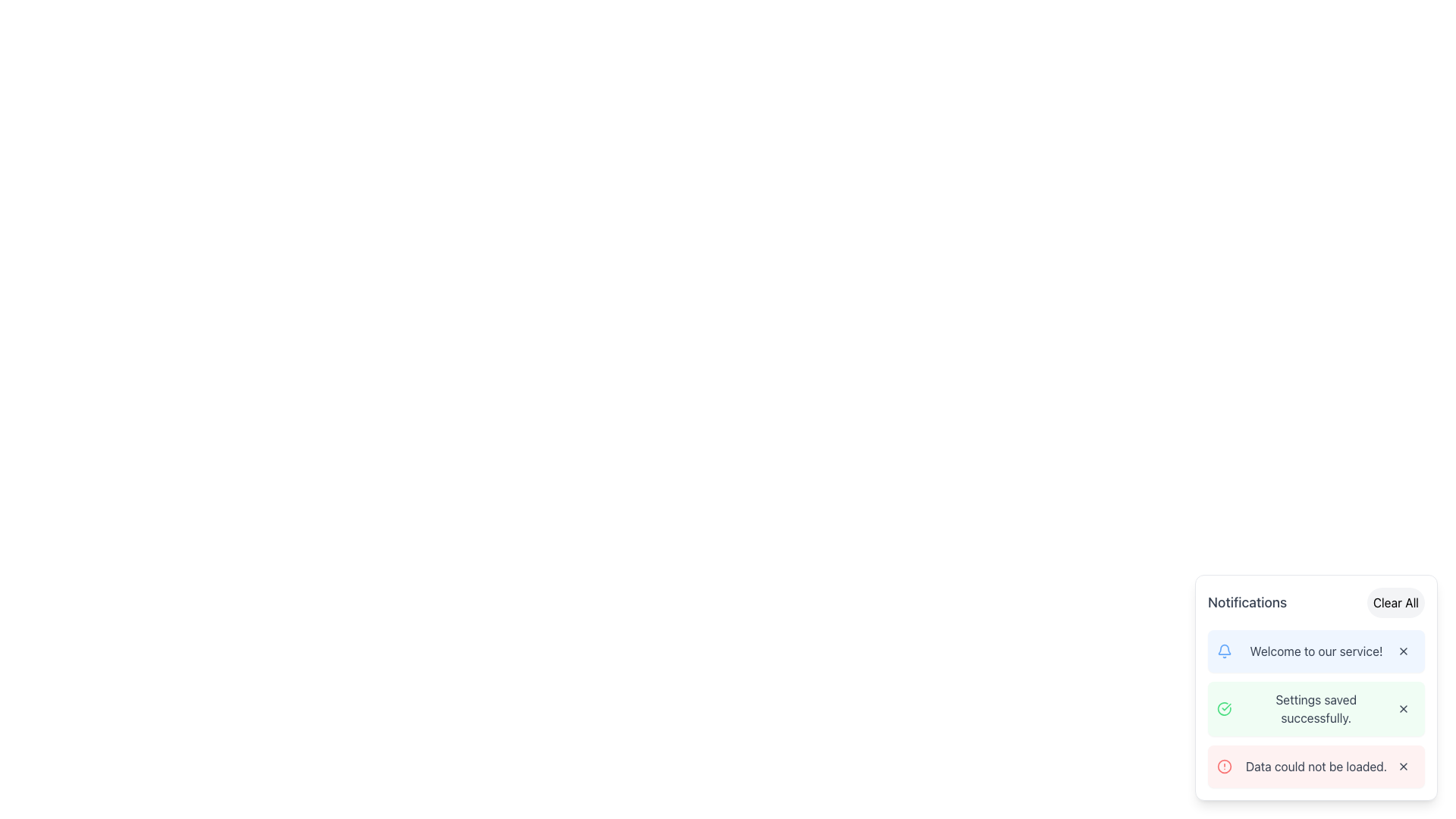 The height and width of the screenshot is (819, 1456). I want to click on message displayed in the text label that says 'Data could not be loaded.' This label is located within the last notification entry in the notification panel, styled in gray and positioned next to a red circular icon, so click(1316, 766).